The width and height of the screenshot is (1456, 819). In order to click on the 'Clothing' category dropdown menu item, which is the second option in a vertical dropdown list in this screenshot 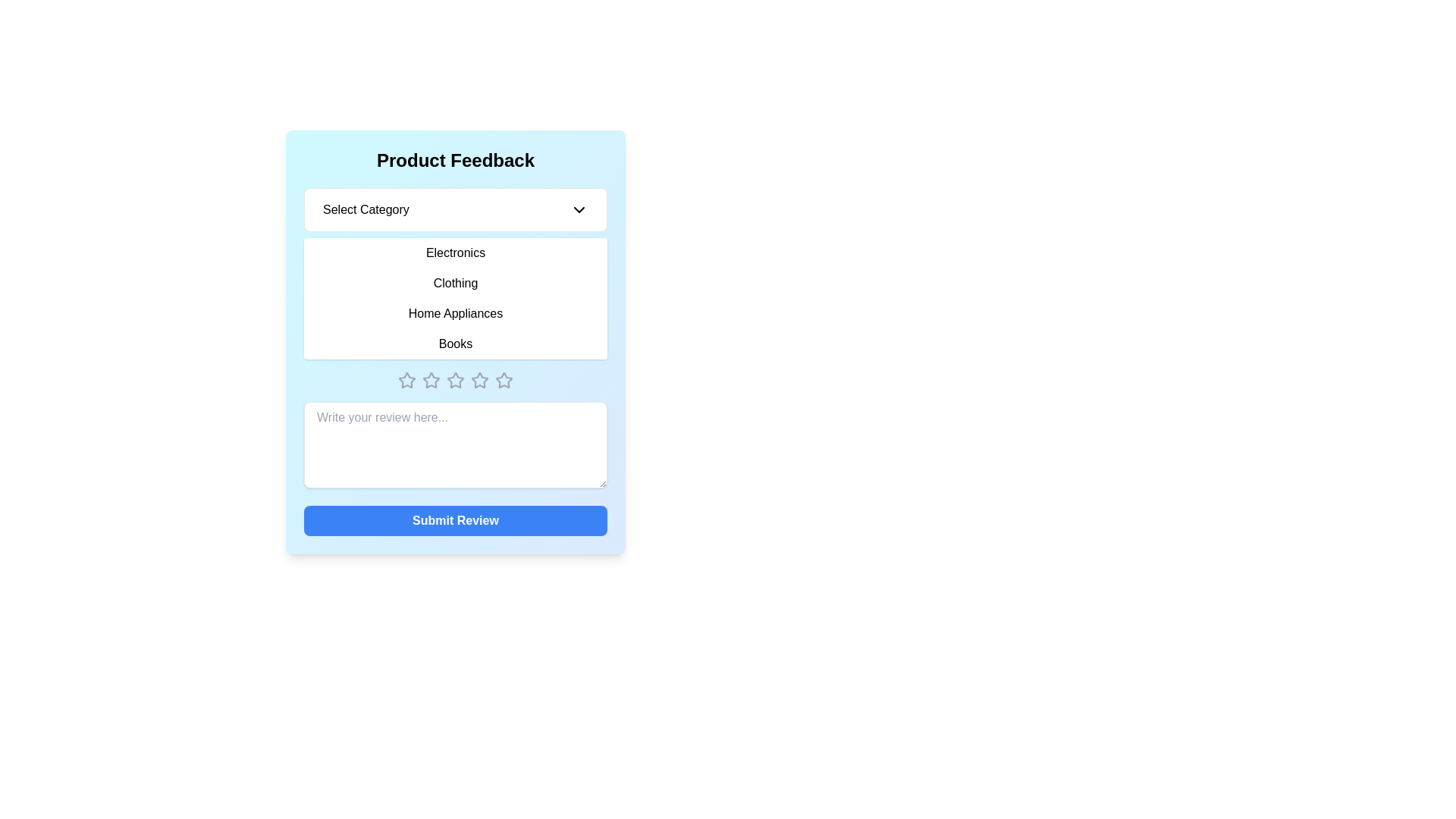, I will do `click(454, 284)`.